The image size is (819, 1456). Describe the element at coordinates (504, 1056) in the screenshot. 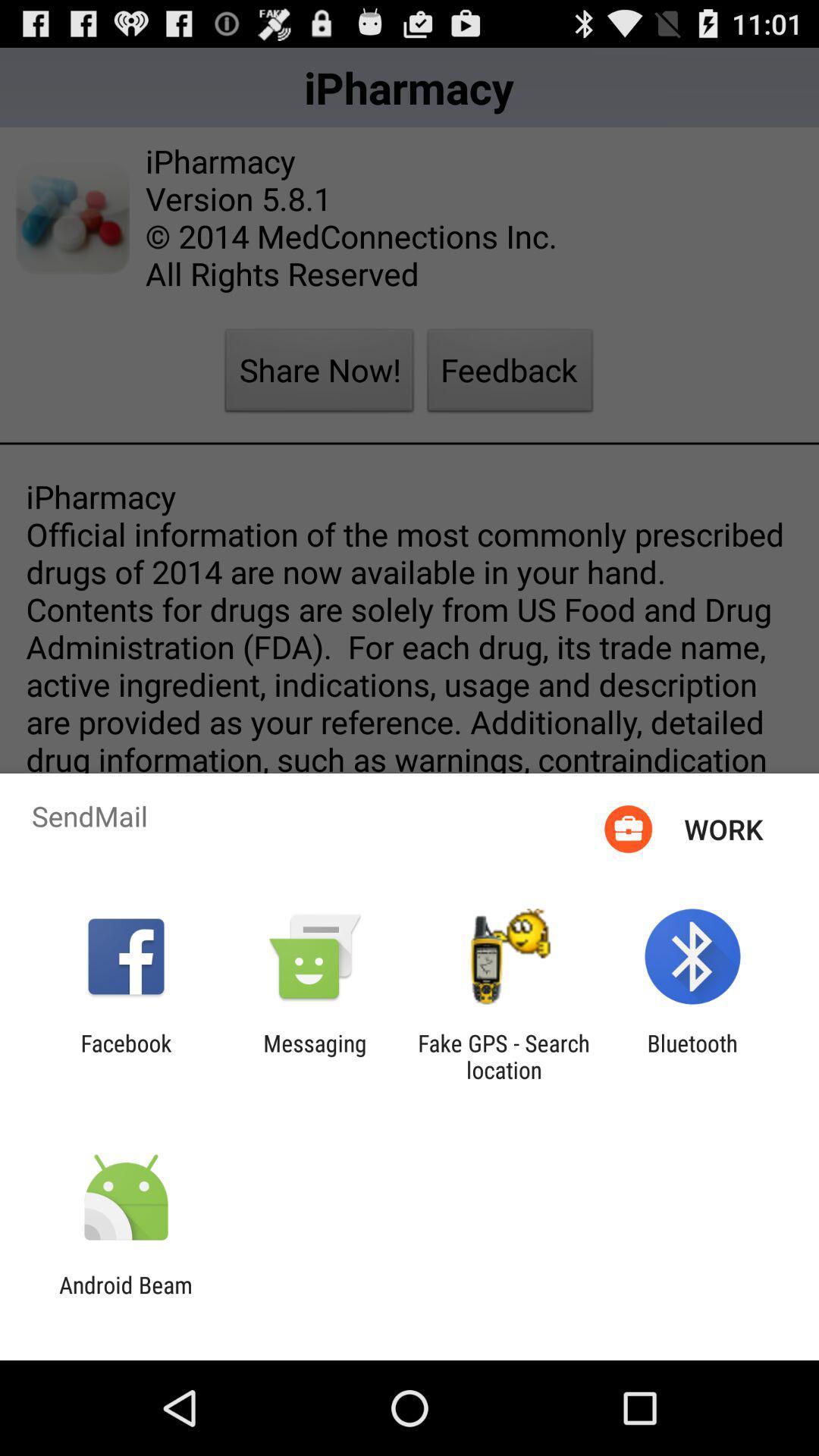

I see `app to the right of the messaging` at that location.